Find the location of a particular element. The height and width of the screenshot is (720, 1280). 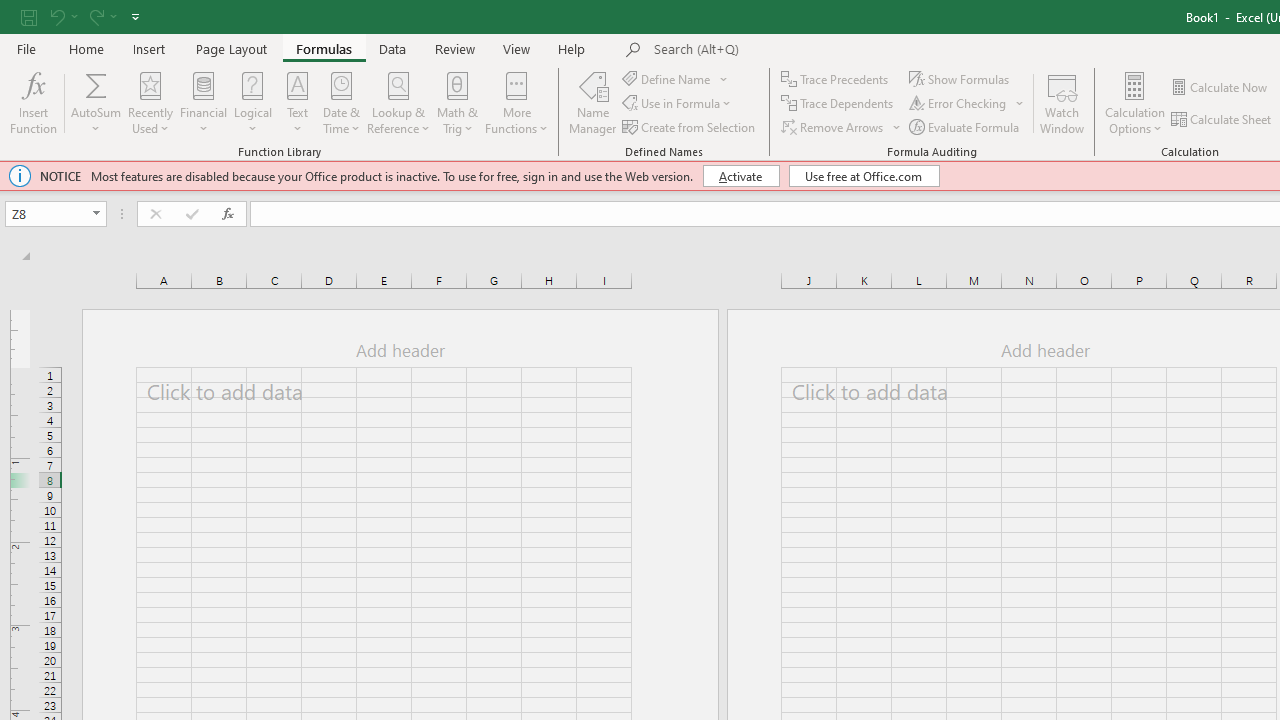

'Trace Precedents' is located at coordinates (836, 78).